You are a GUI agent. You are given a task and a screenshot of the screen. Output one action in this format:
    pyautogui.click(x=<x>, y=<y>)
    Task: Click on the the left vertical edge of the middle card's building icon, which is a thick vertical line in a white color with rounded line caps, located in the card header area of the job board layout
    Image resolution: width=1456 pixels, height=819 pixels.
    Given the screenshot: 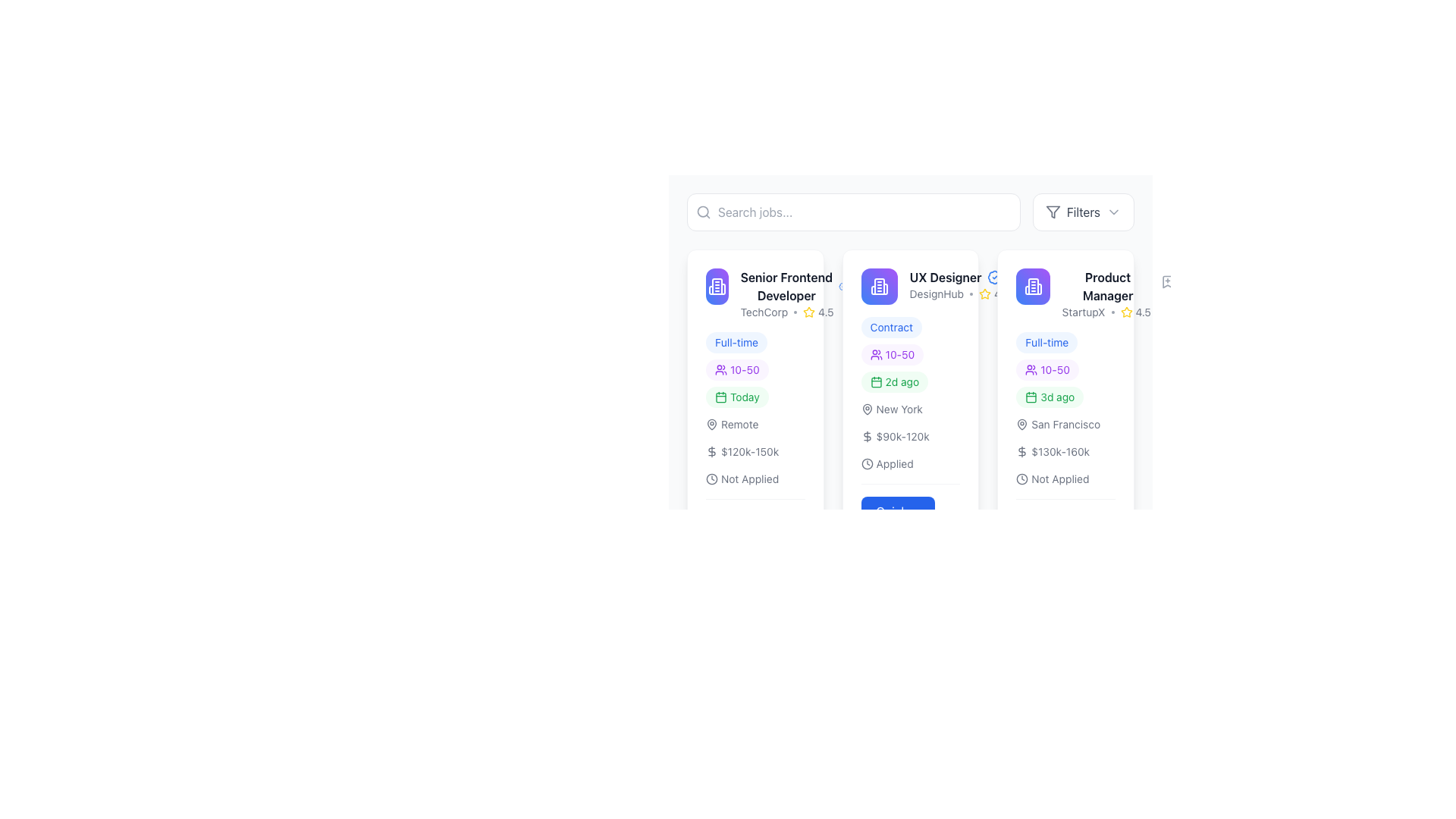 What is the action you would take?
    pyautogui.click(x=873, y=290)
    